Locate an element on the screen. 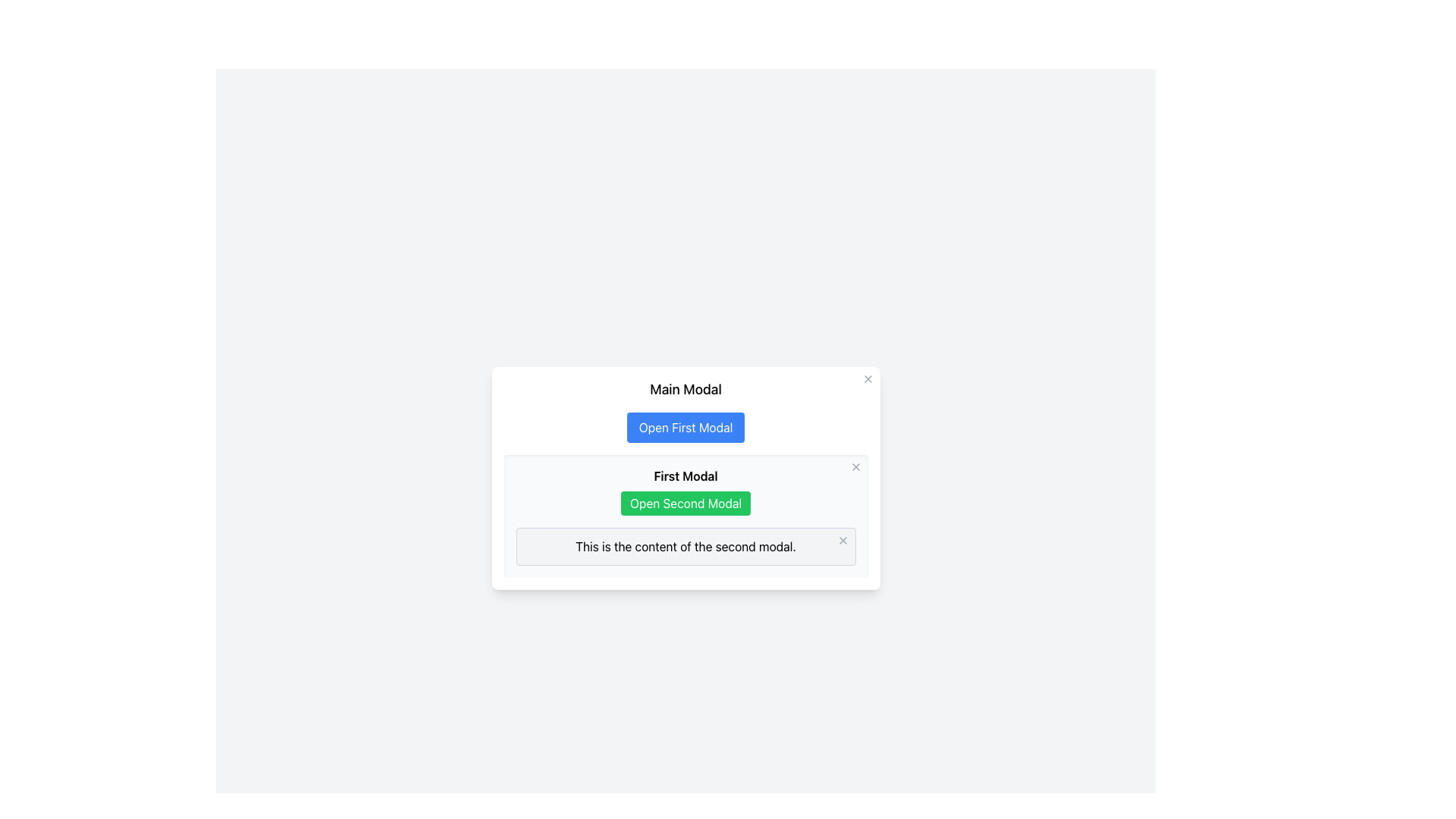 The image size is (1456, 819). the 'First Modal' static text label, which is styled with a bold font, located centrally in the header area of the modal dialog box, positioned between the close button and the 'Open Second Modal' button is located at coordinates (685, 475).